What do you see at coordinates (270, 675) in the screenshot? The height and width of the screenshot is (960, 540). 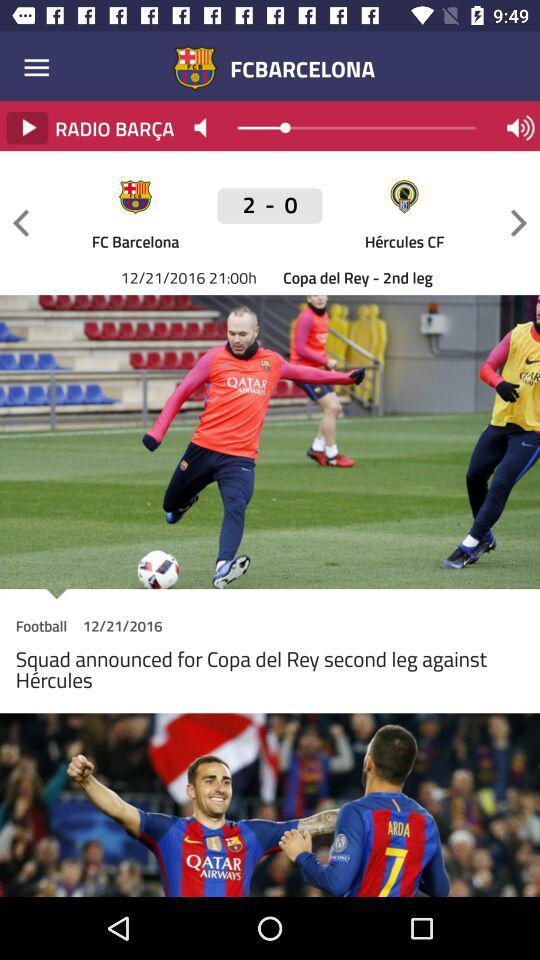 I see `the squad announced for` at bounding box center [270, 675].